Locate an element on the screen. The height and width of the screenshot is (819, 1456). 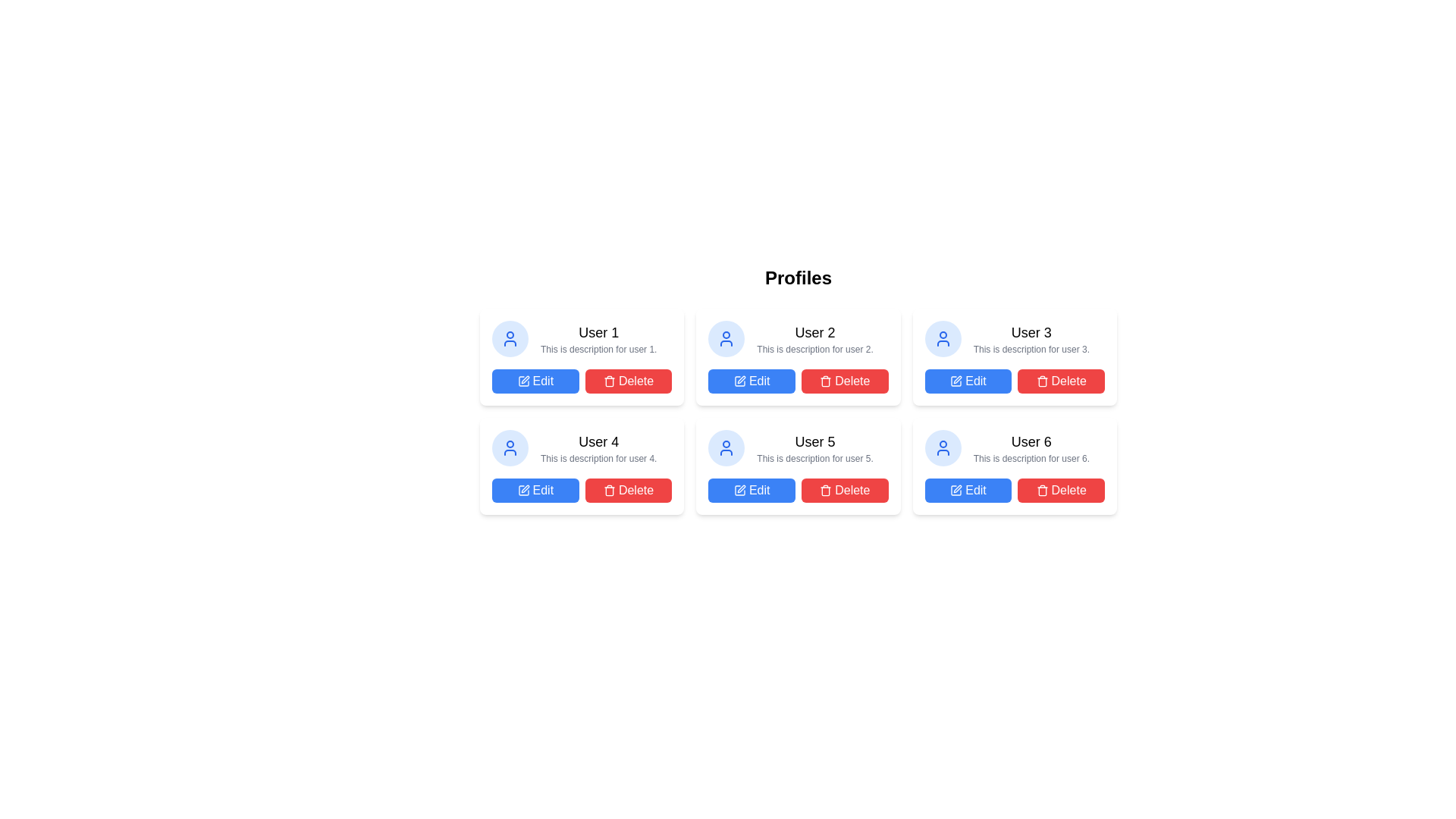
the circular user icon with a light blue background and a person outline is located at coordinates (510, 338).